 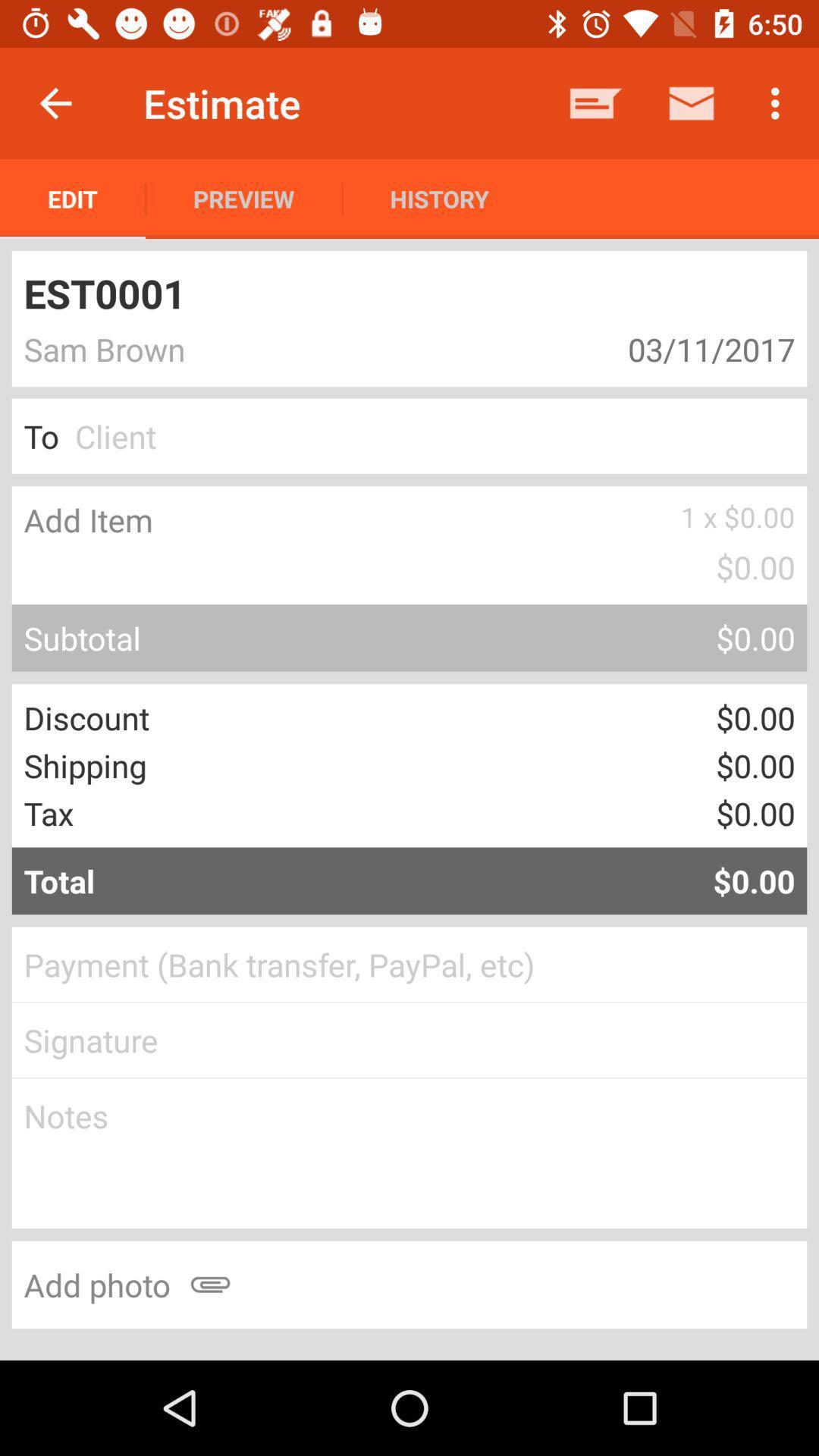 What do you see at coordinates (55, 102) in the screenshot?
I see `icon to the left of estimate icon` at bounding box center [55, 102].